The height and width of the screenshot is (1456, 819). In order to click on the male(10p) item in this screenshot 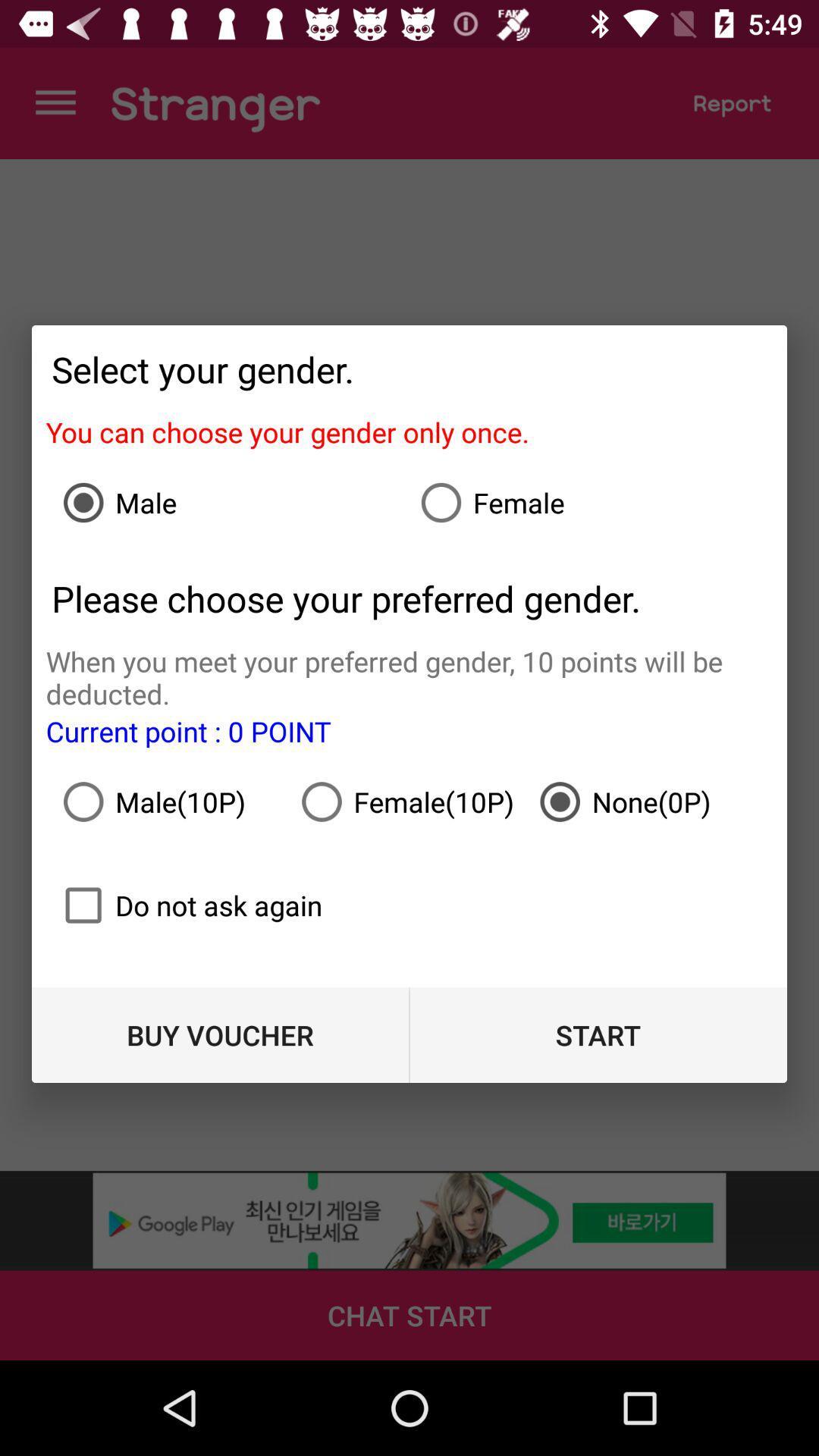, I will do `click(171, 801)`.